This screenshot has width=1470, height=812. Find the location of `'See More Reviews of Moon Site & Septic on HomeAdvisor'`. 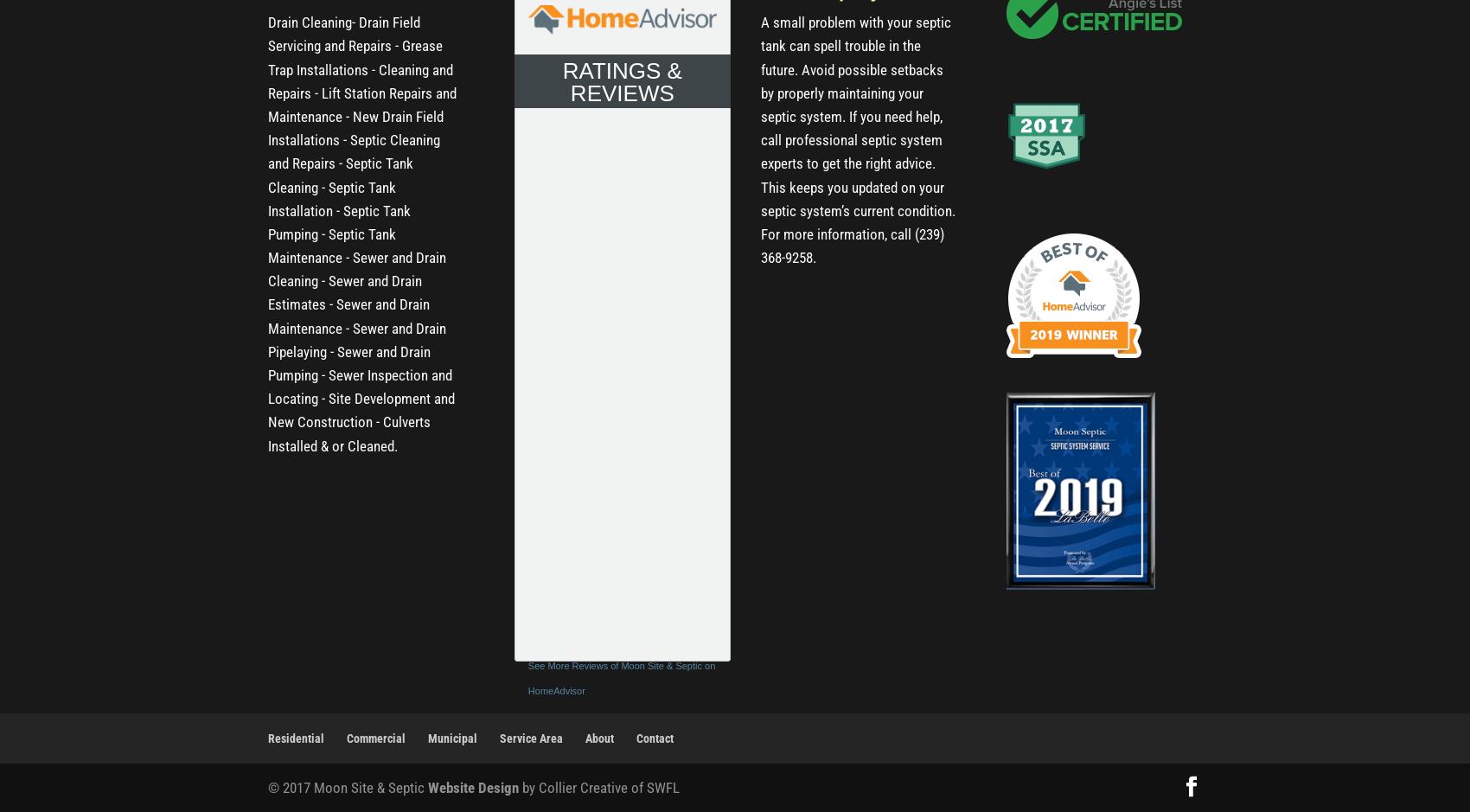

'See More Reviews of Moon Site & Septic on HomeAdvisor' is located at coordinates (621, 676).